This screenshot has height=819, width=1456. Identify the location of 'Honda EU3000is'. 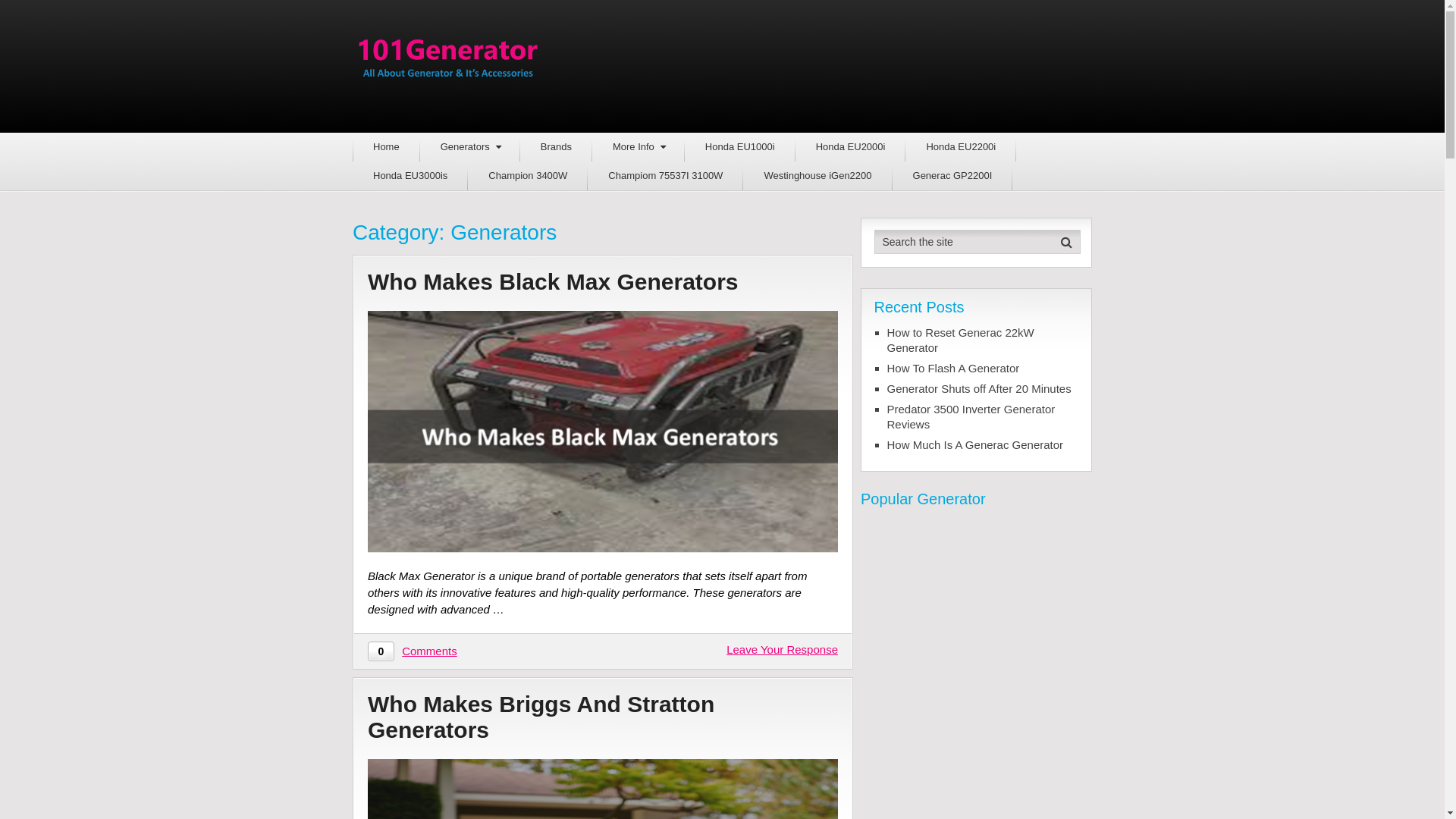
(352, 174).